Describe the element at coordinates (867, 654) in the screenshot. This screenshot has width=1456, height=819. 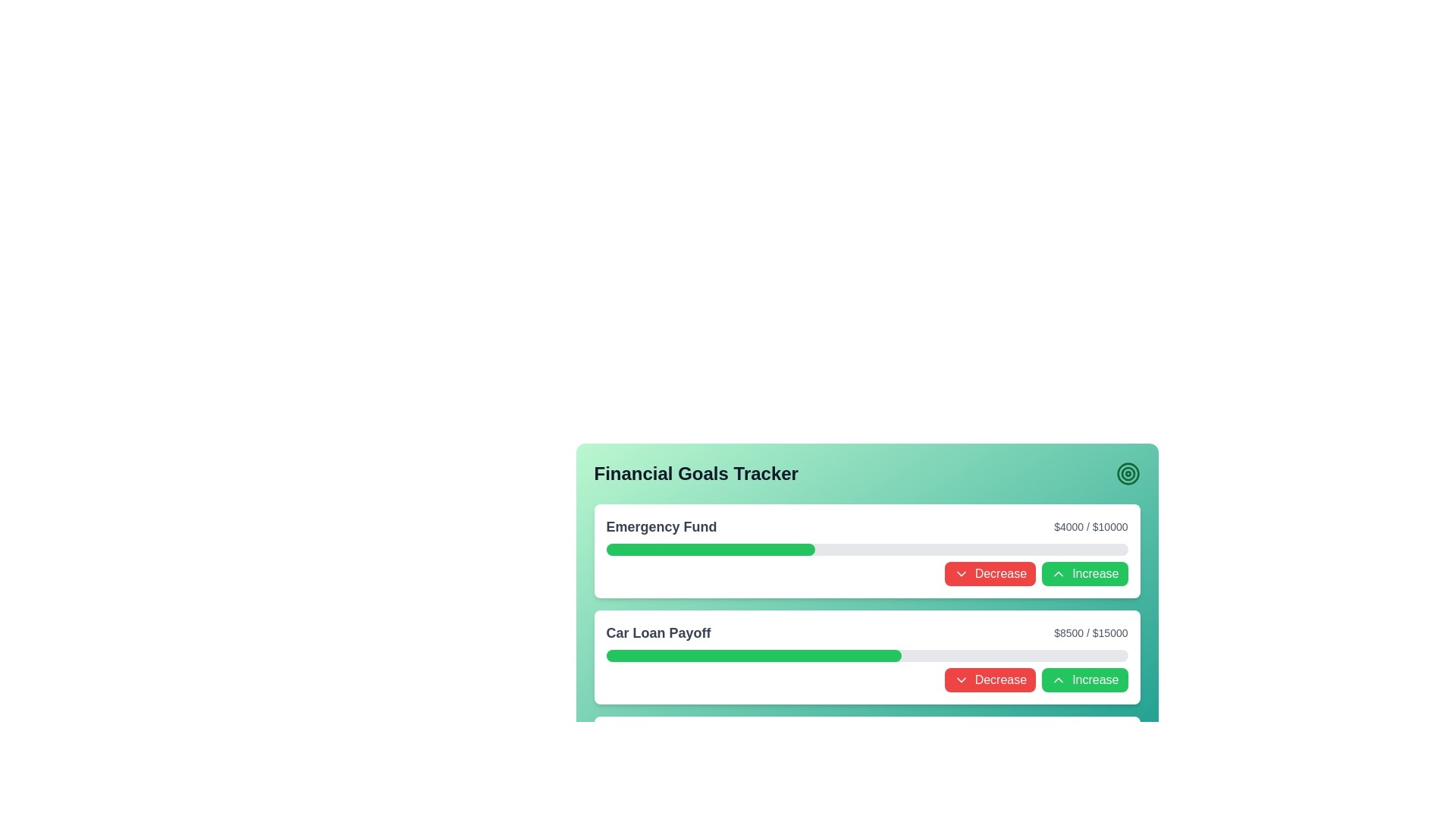
I see `the Progress Bar located directly below the 'Car Loan Payoff' label and the '$8500 / $15000' text, which visually represents the progress towards a financial goal` at that location.